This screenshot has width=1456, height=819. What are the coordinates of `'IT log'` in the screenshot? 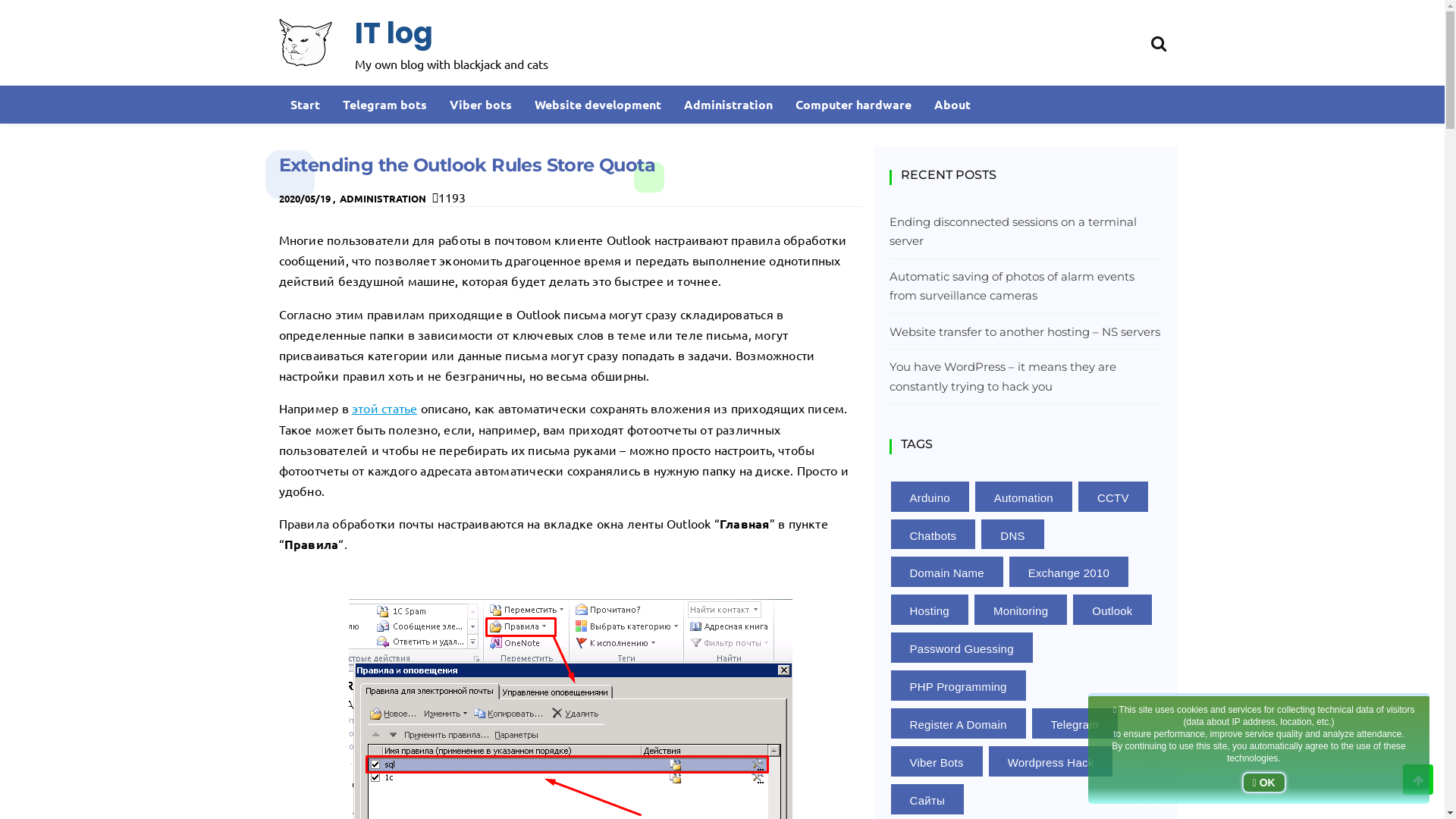 It's located at (394, 33).